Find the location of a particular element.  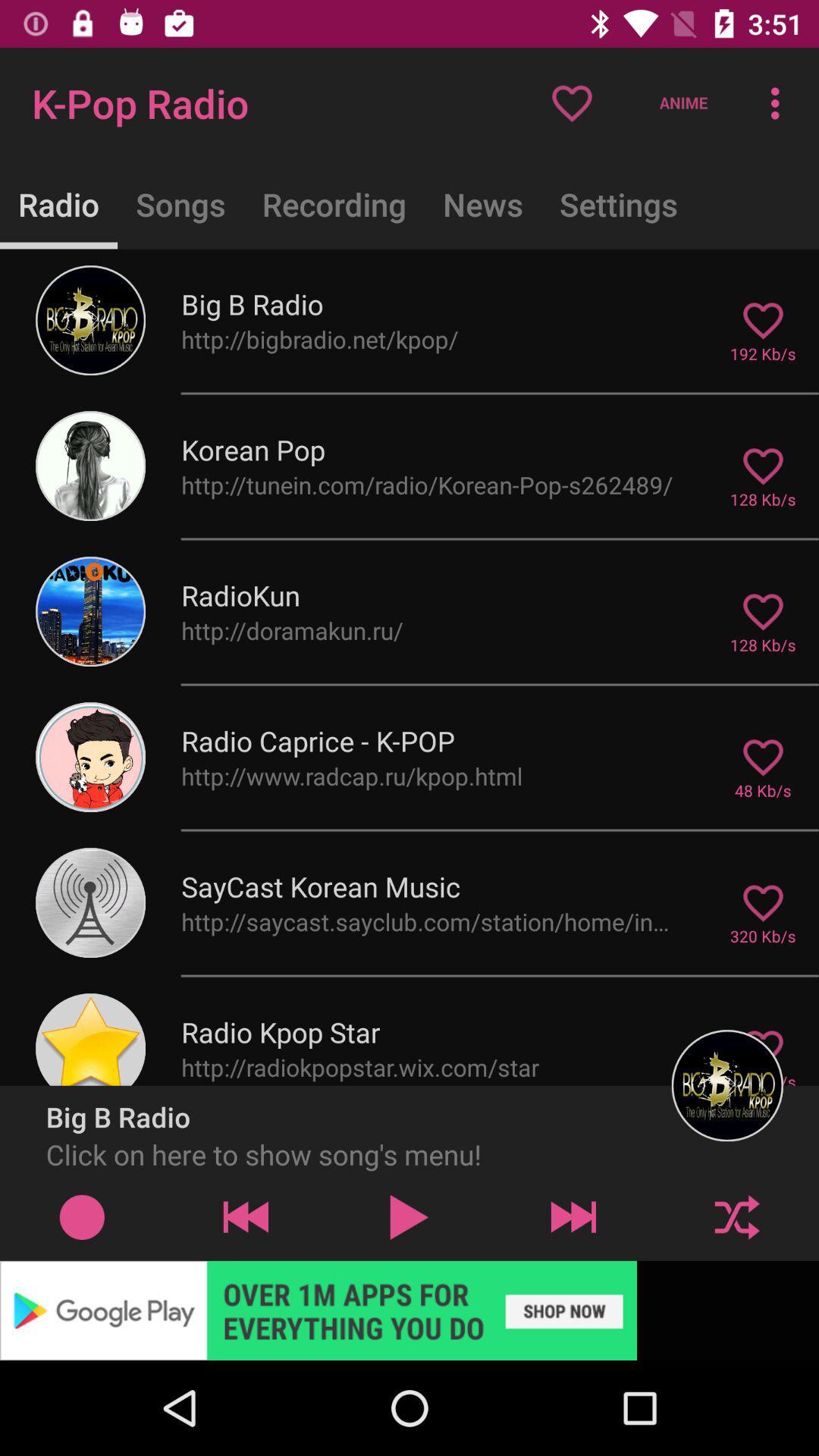

the play button is located at coordinates (409, 1216).